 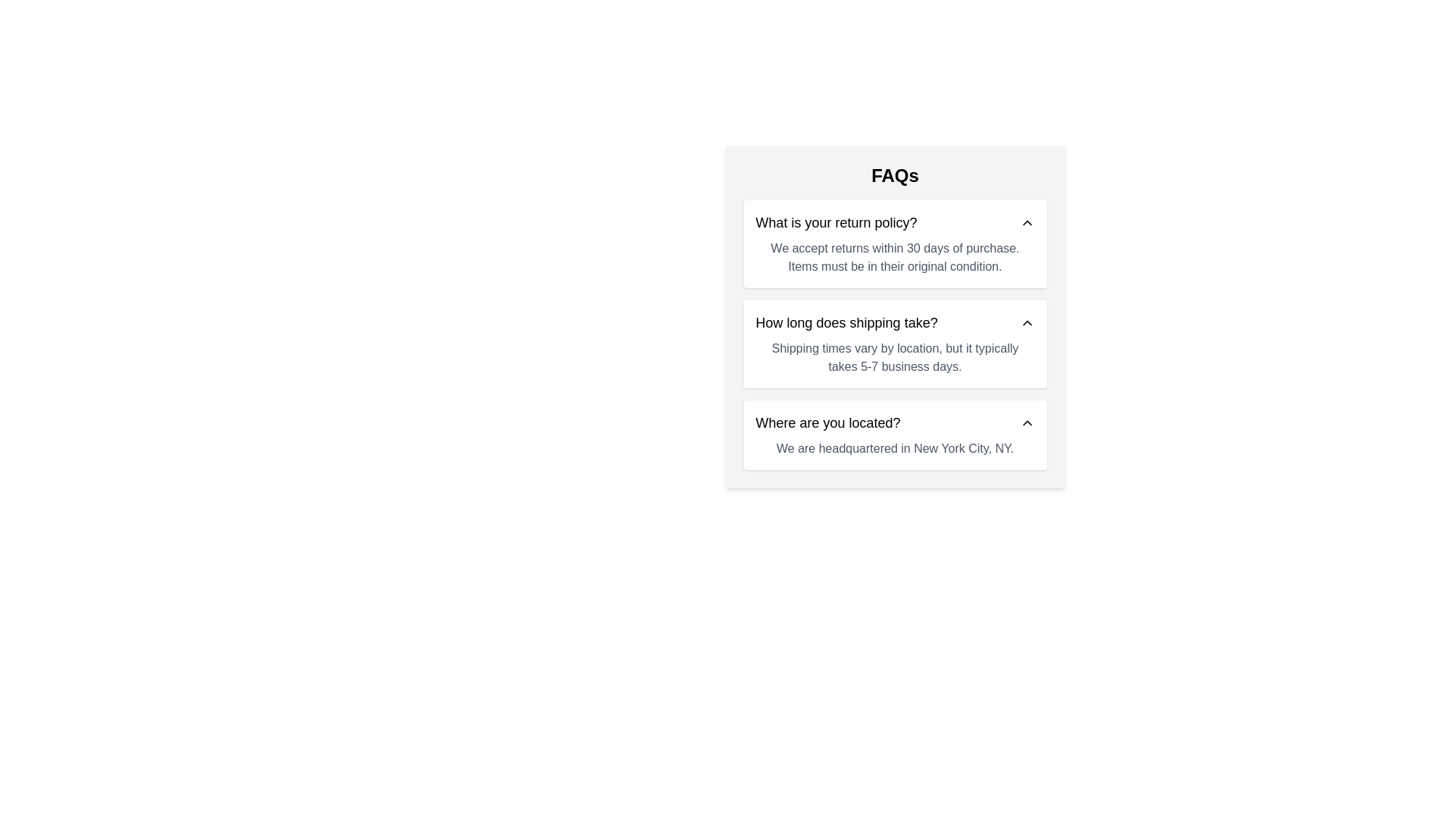 What do you see at coordinates (1027, 222) in the screenshot?
I see `the chevron SVG icon located on the right side of the row labeled 'What is your return policy?'` at bounding box center [1027, 222].